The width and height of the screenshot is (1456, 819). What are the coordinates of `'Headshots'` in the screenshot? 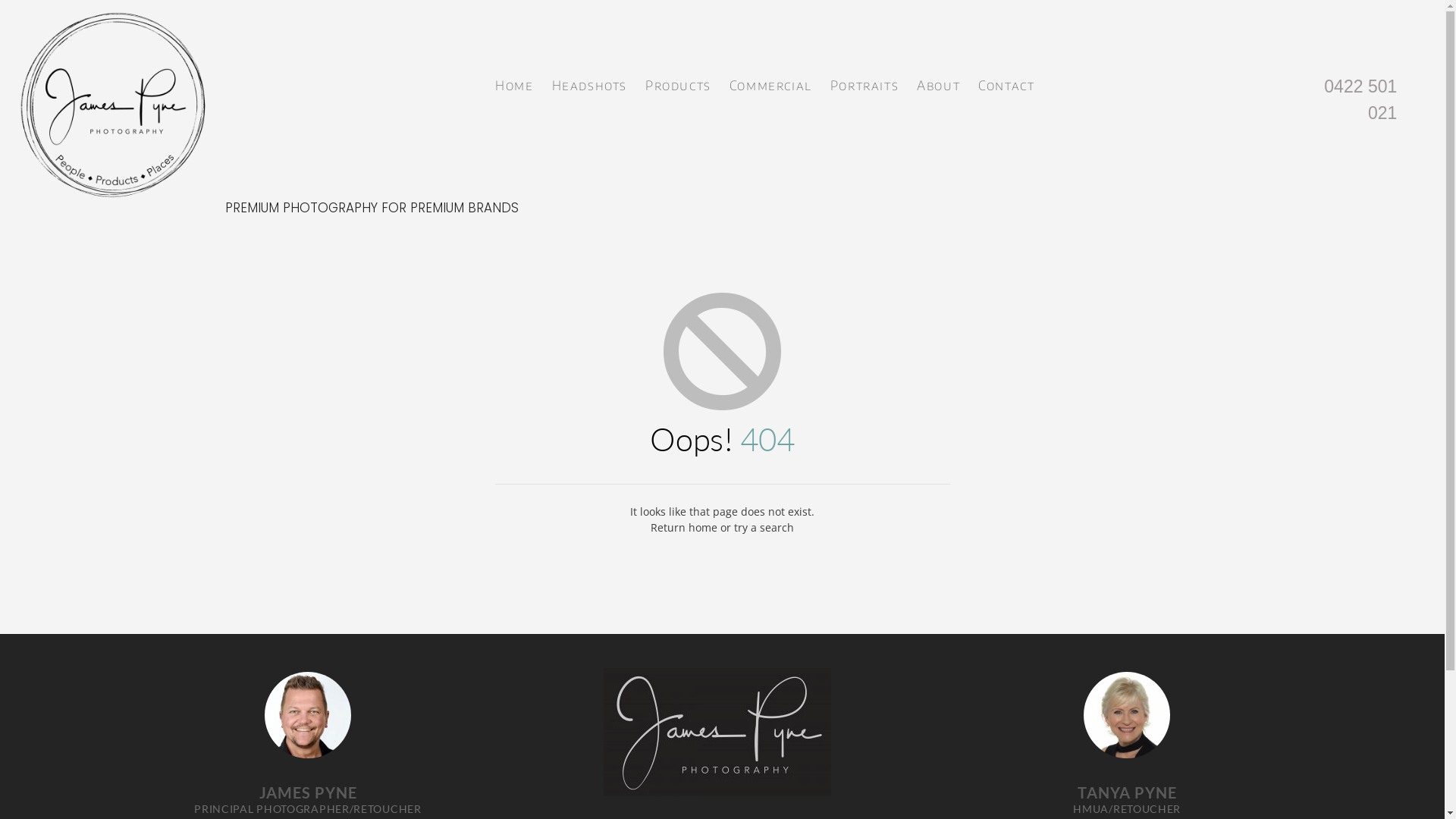 It's located at (548, 82).